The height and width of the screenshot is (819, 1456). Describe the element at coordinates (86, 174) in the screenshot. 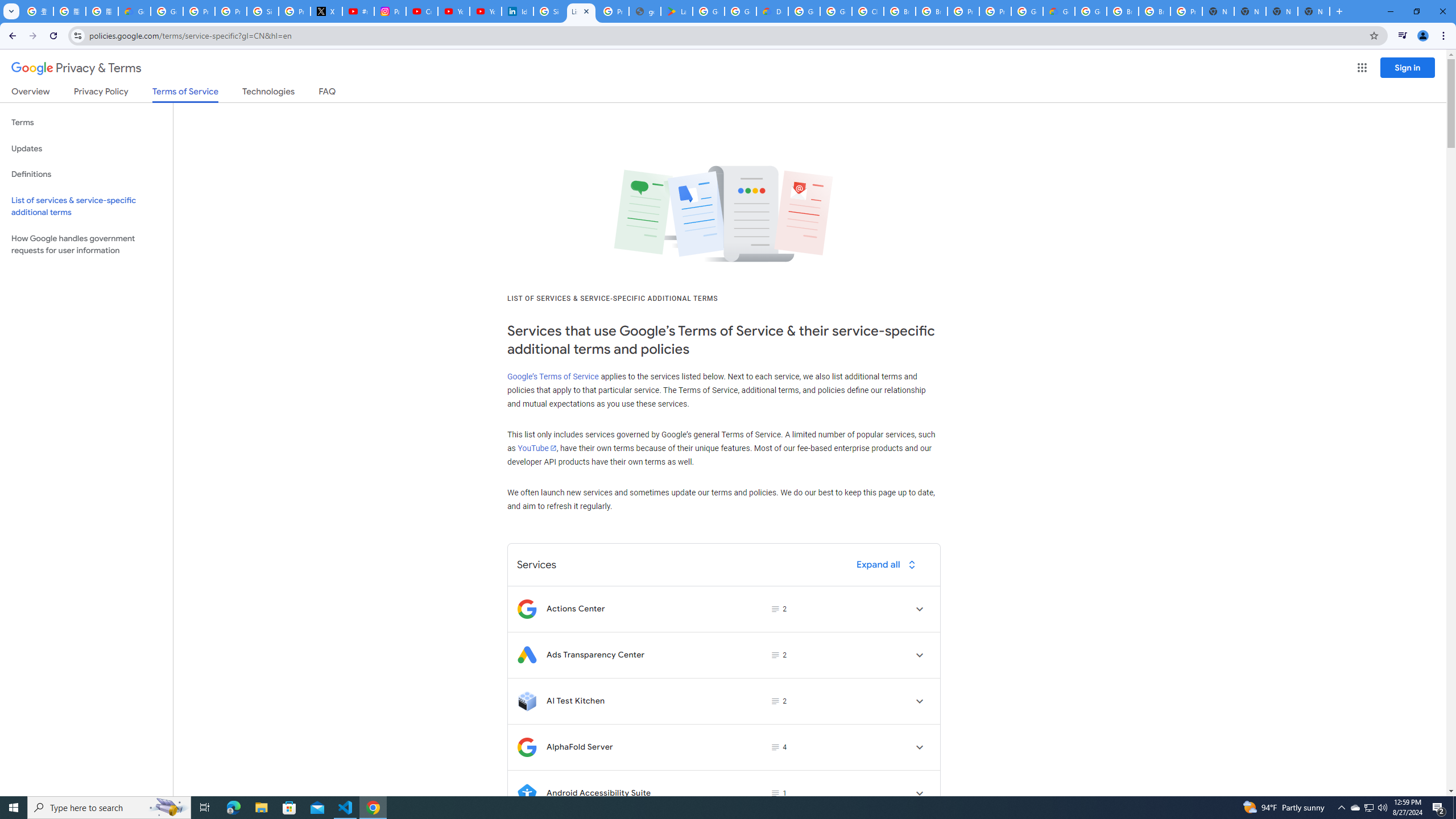

I see `'Definitions'` at that location.